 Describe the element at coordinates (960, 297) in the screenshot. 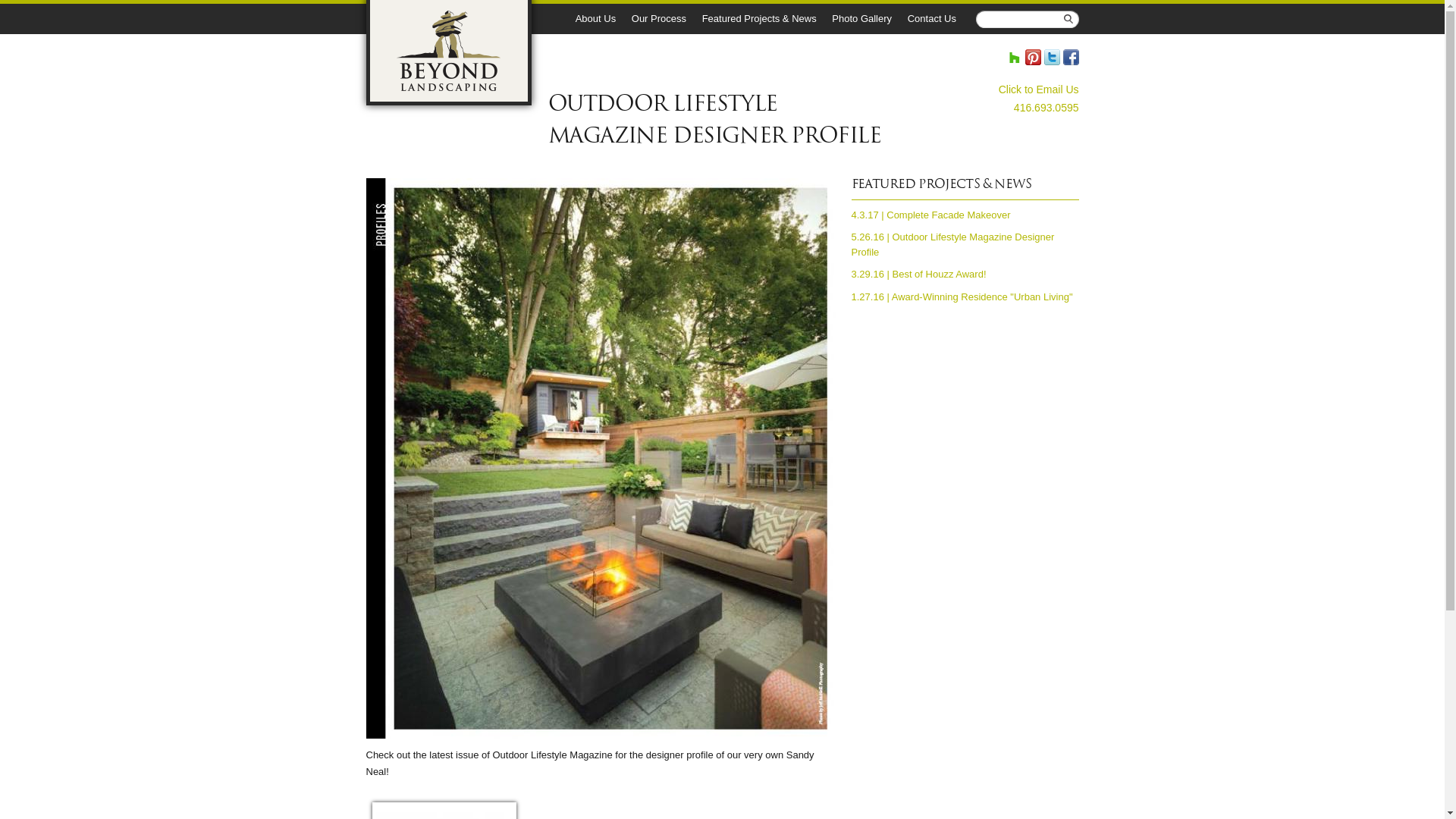

I see `'1.27.16 | Award-Winning Residence "Urban Living"'` at that location.